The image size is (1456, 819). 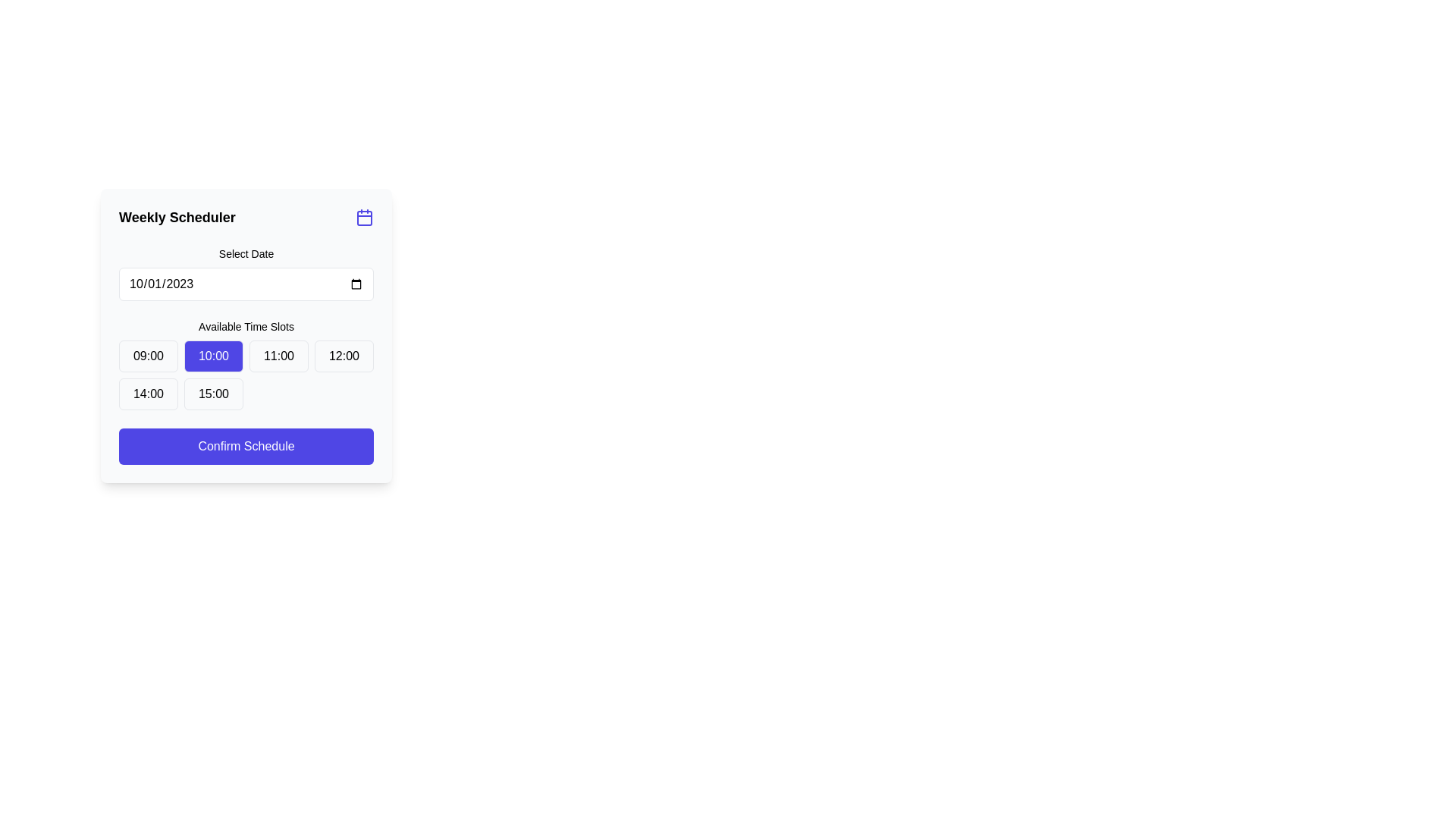 I want to click on the rectangular button with a white background and black text displaying '12:00', so click(x=344, y=356).